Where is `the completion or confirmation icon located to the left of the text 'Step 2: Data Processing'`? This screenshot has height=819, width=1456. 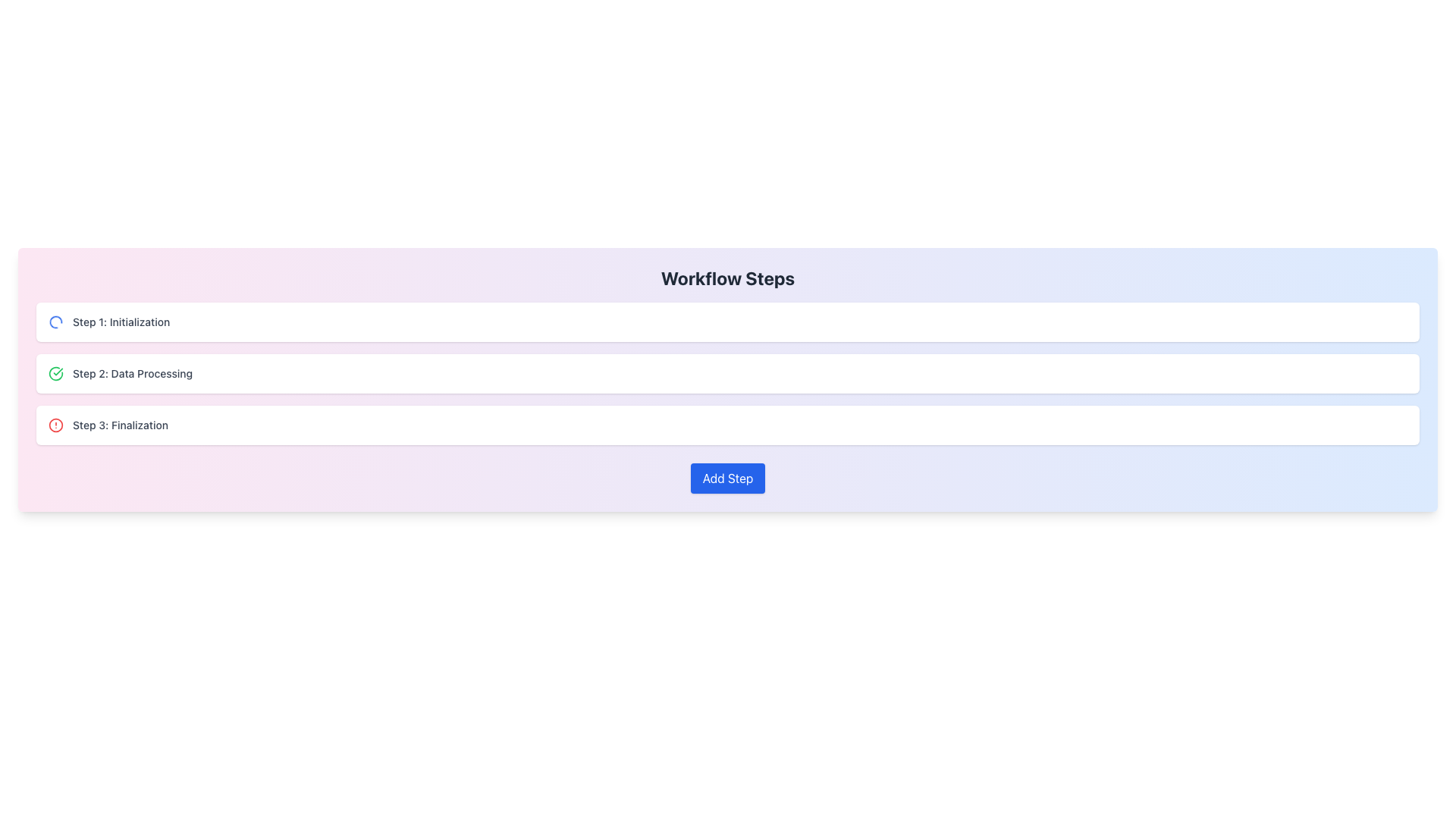
the completion or confirmation icon located to the left of the text 'Step 2: Data Processing' is located at coordinates (55, 374).